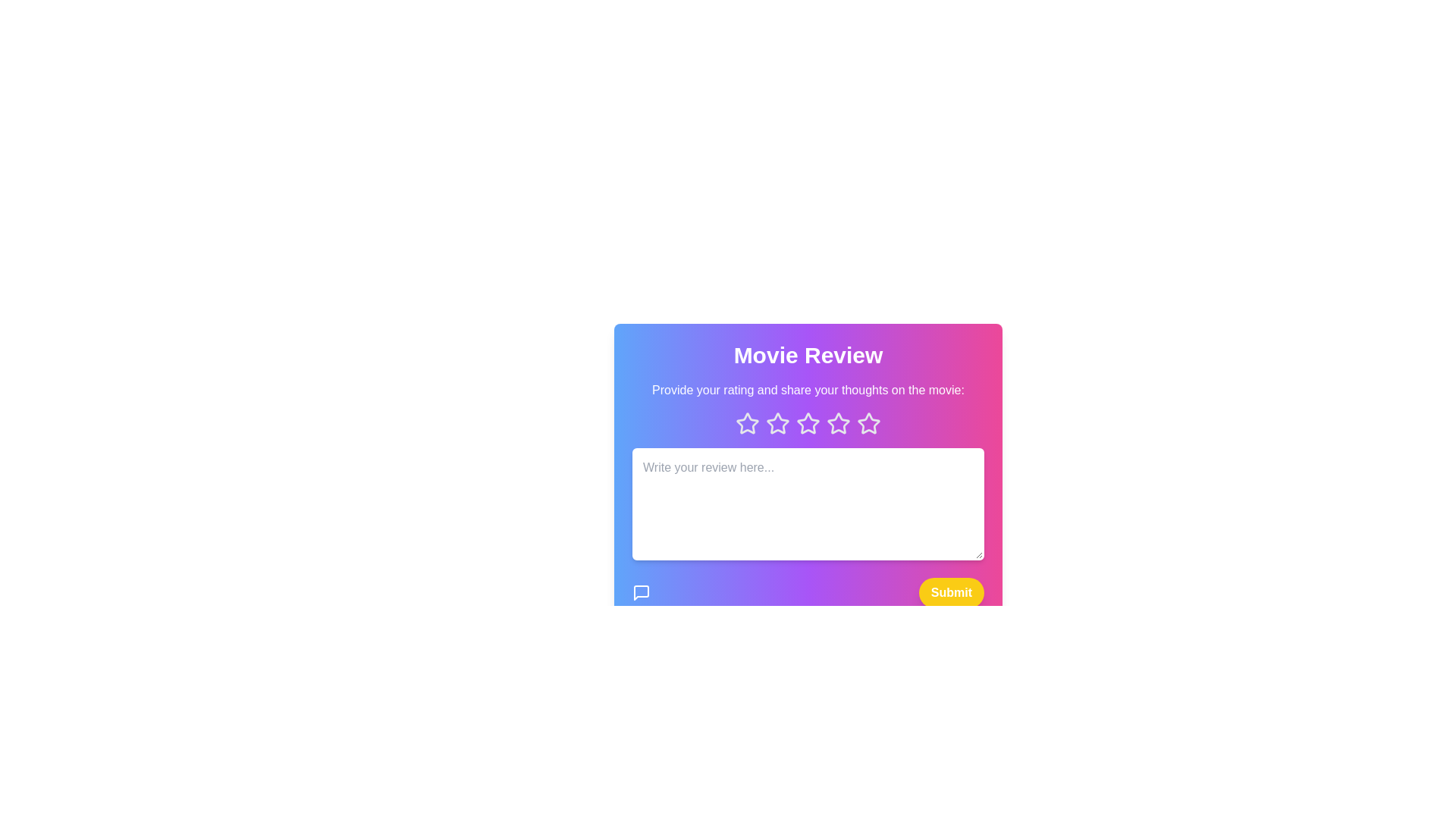 This screenshot has height=819, width=1456. What do you see at coordinates (837, 424) in the screenshot?
I see `the star icon corresponding to 4 to preview the rating` at bounding box center [837, 424].